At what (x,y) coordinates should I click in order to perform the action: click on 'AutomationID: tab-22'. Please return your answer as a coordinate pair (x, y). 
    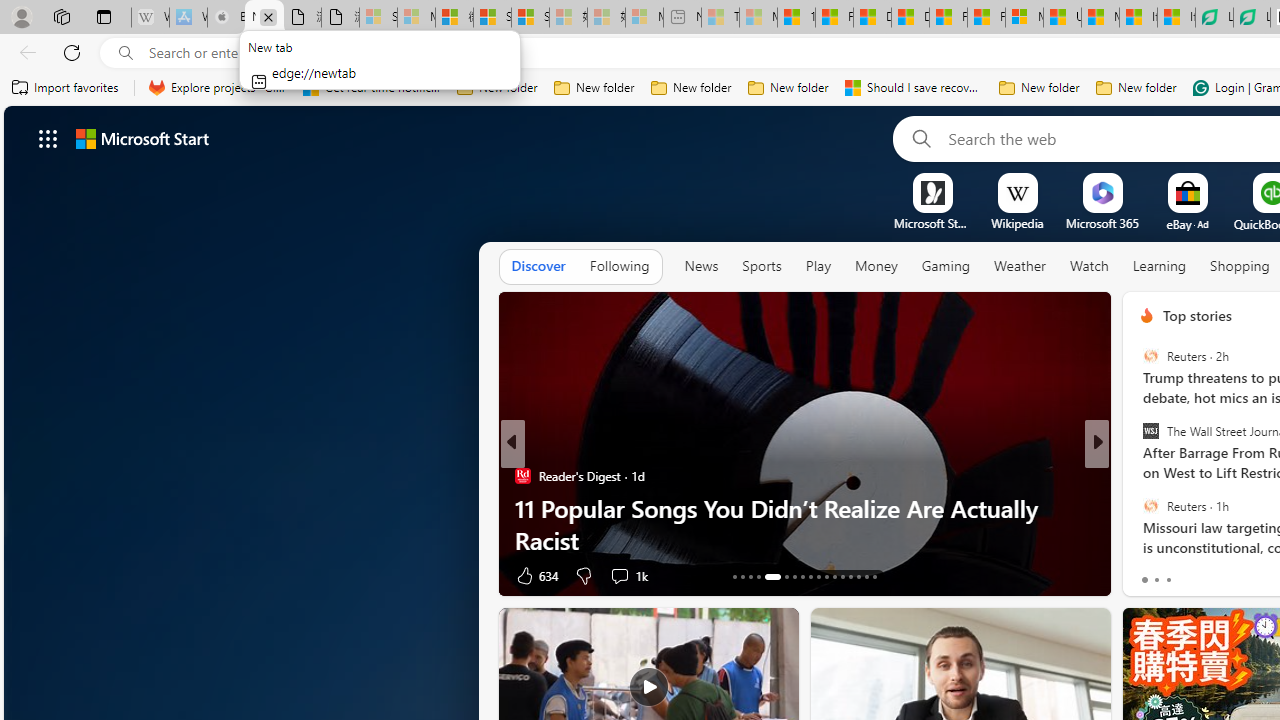
    Looking at the image, I should click on (818, 577).